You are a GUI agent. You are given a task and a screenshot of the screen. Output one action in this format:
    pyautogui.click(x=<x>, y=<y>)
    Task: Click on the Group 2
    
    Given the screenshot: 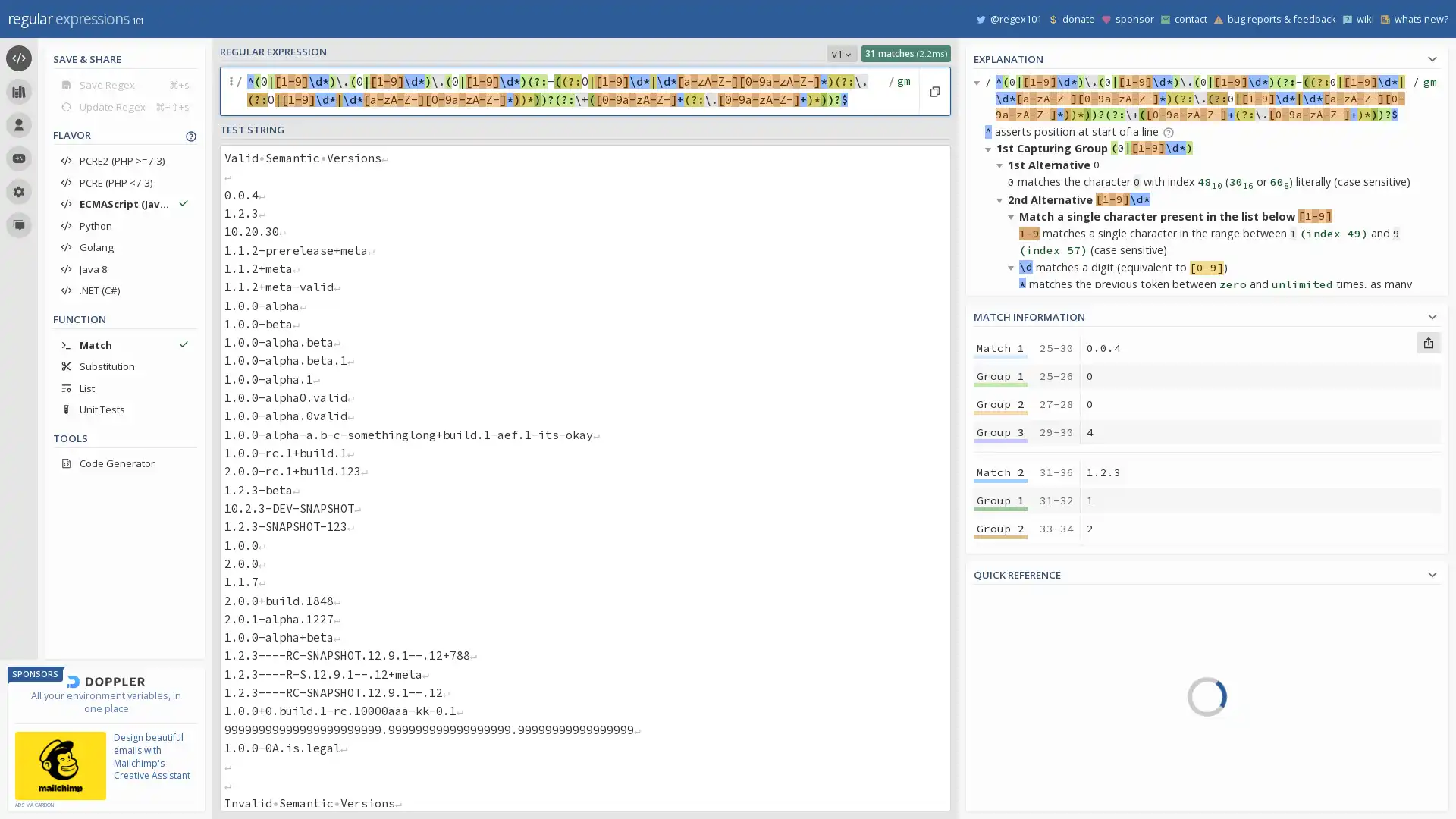 What is the action you would take?
    pyautogui.click(x=1000, y=651)
    